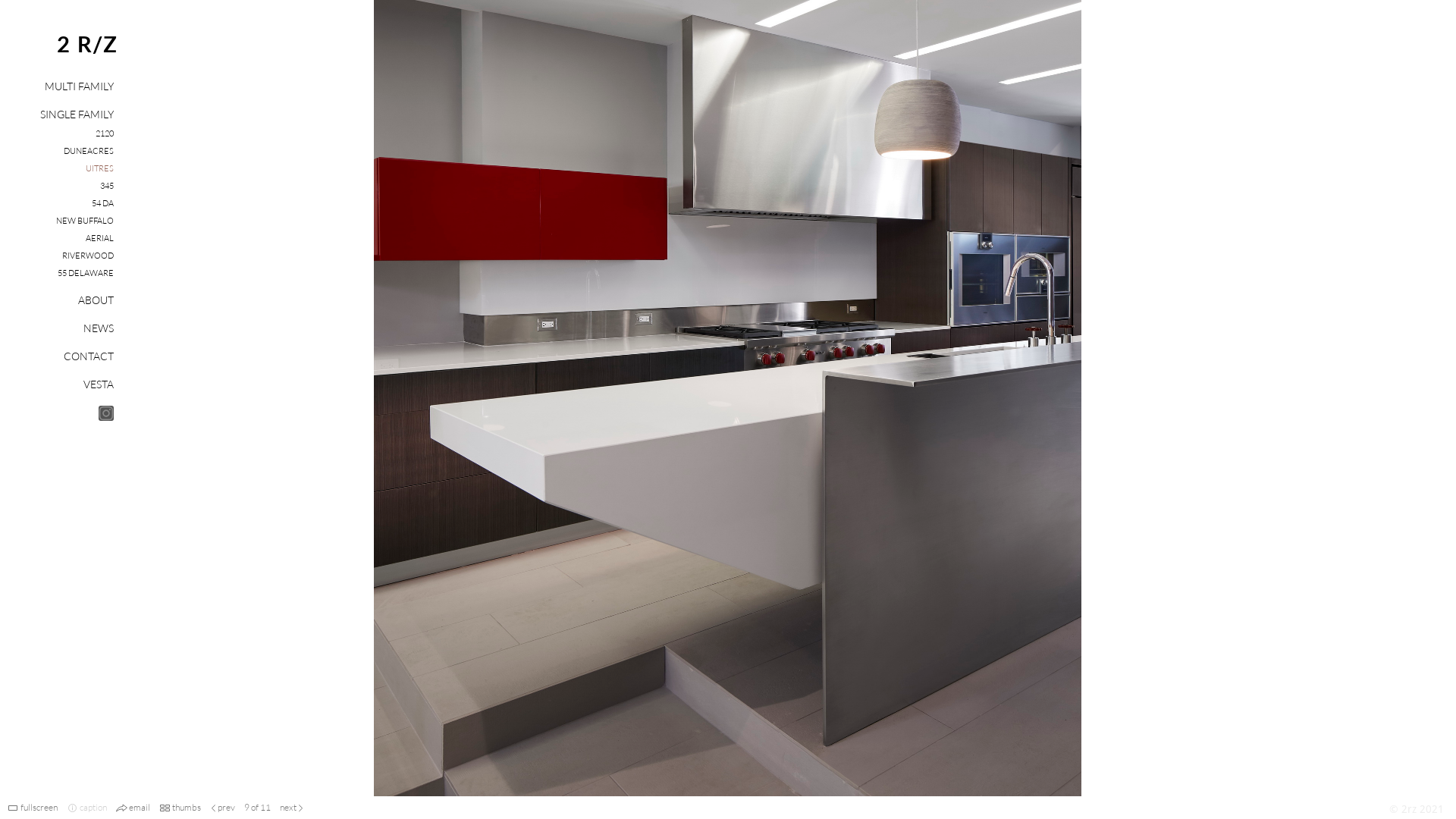 The image size is (1456, 819). I want to click on 'VESTA', so click(97, 383).